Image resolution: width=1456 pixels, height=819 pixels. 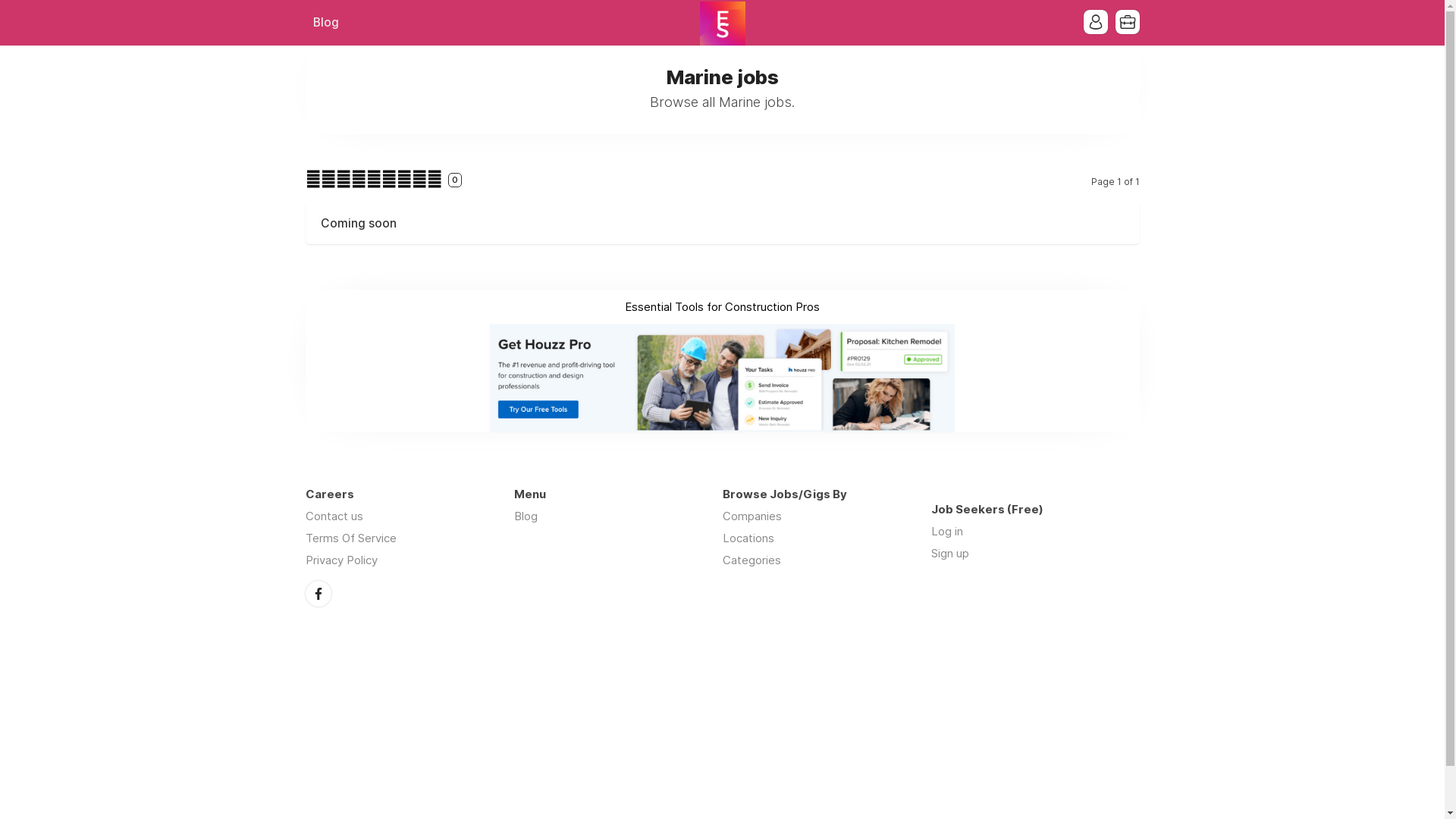 I want to click on 'Contact us', so click(x=333, y=515).